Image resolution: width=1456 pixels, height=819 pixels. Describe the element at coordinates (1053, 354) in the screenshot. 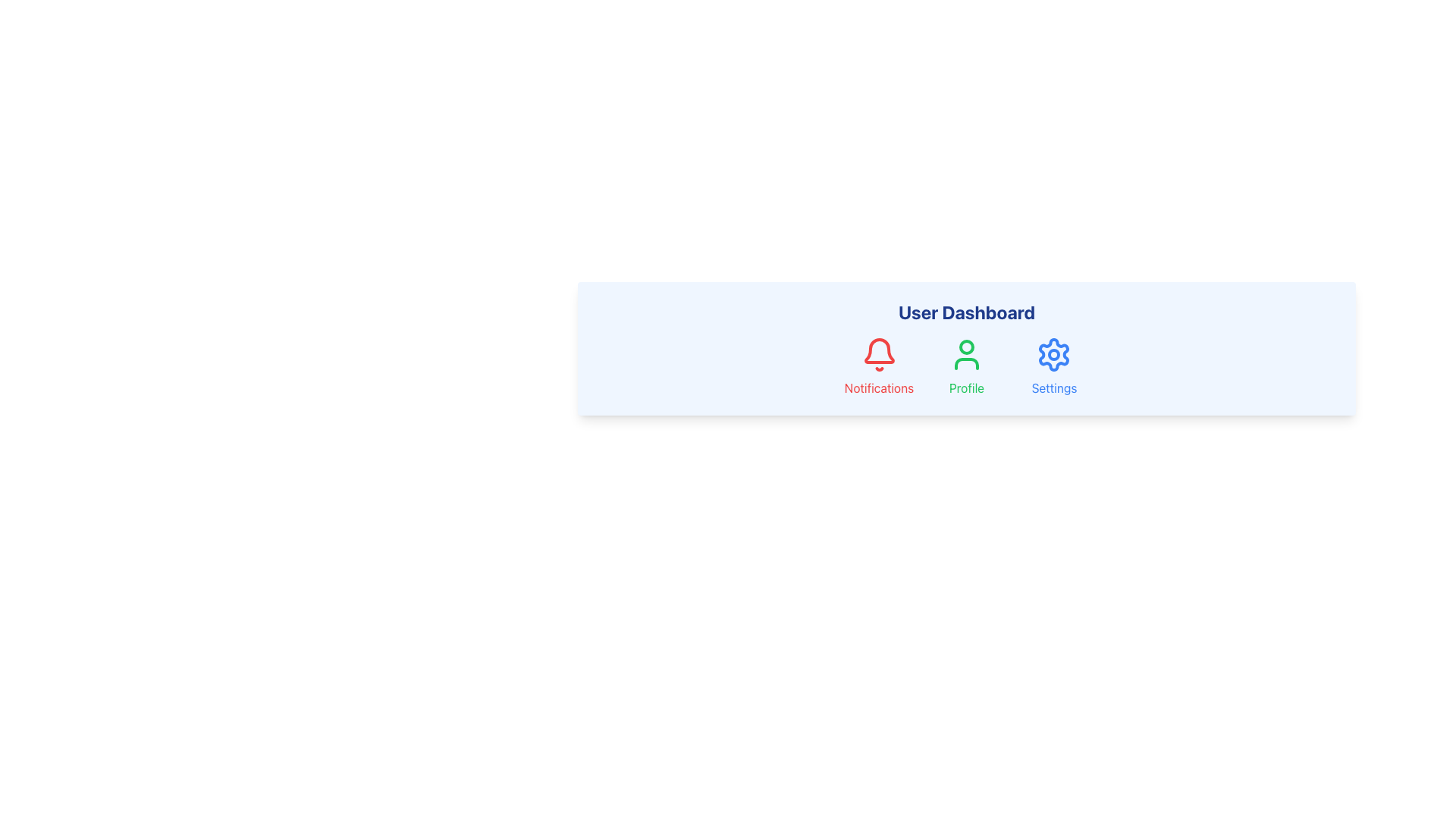

I see `the blue settings icon depicted as a gear located in the user options section for a tooltip or effect` at that location.